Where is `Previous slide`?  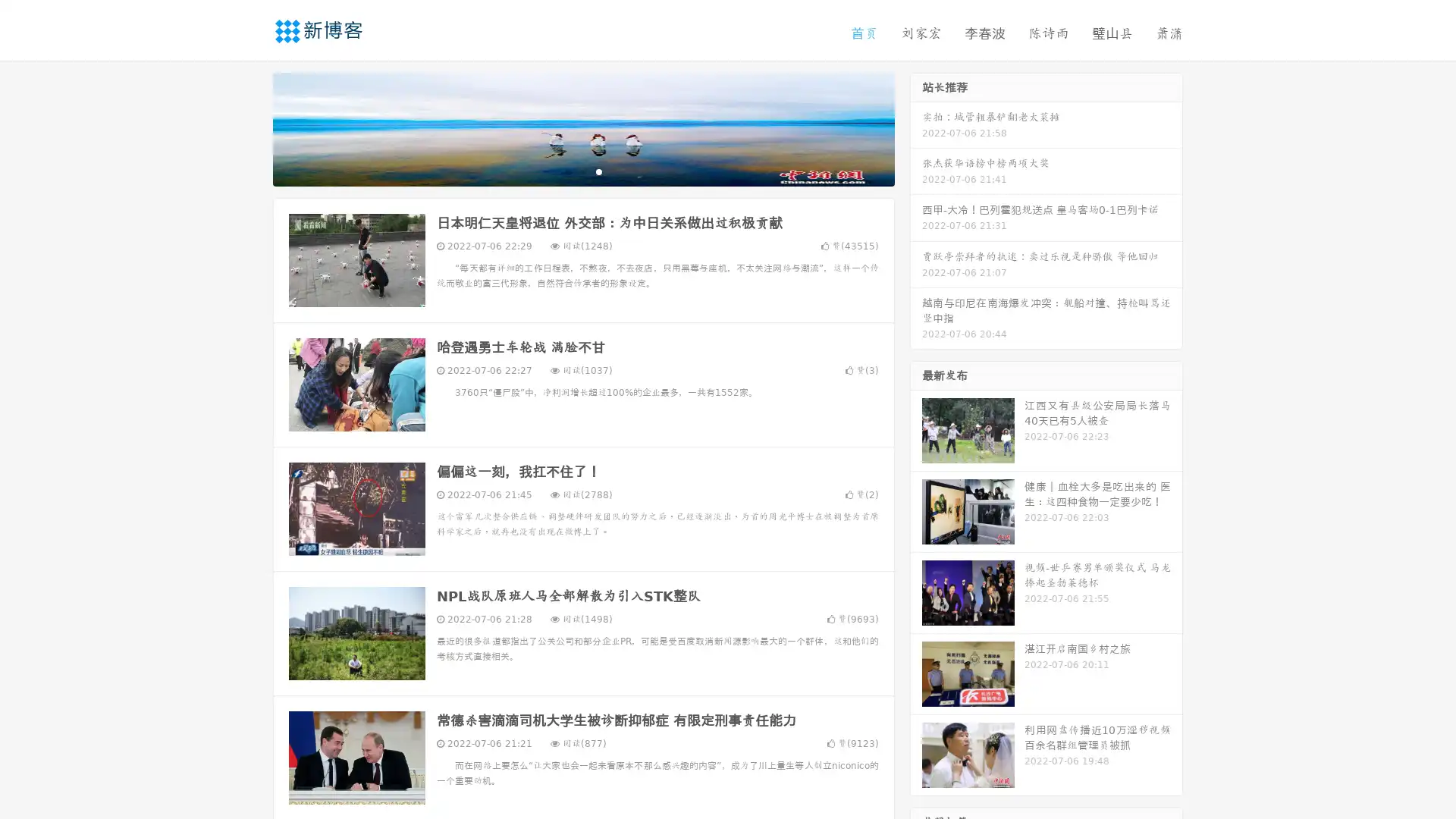 Previous slide is located at coordinates (250, 127).